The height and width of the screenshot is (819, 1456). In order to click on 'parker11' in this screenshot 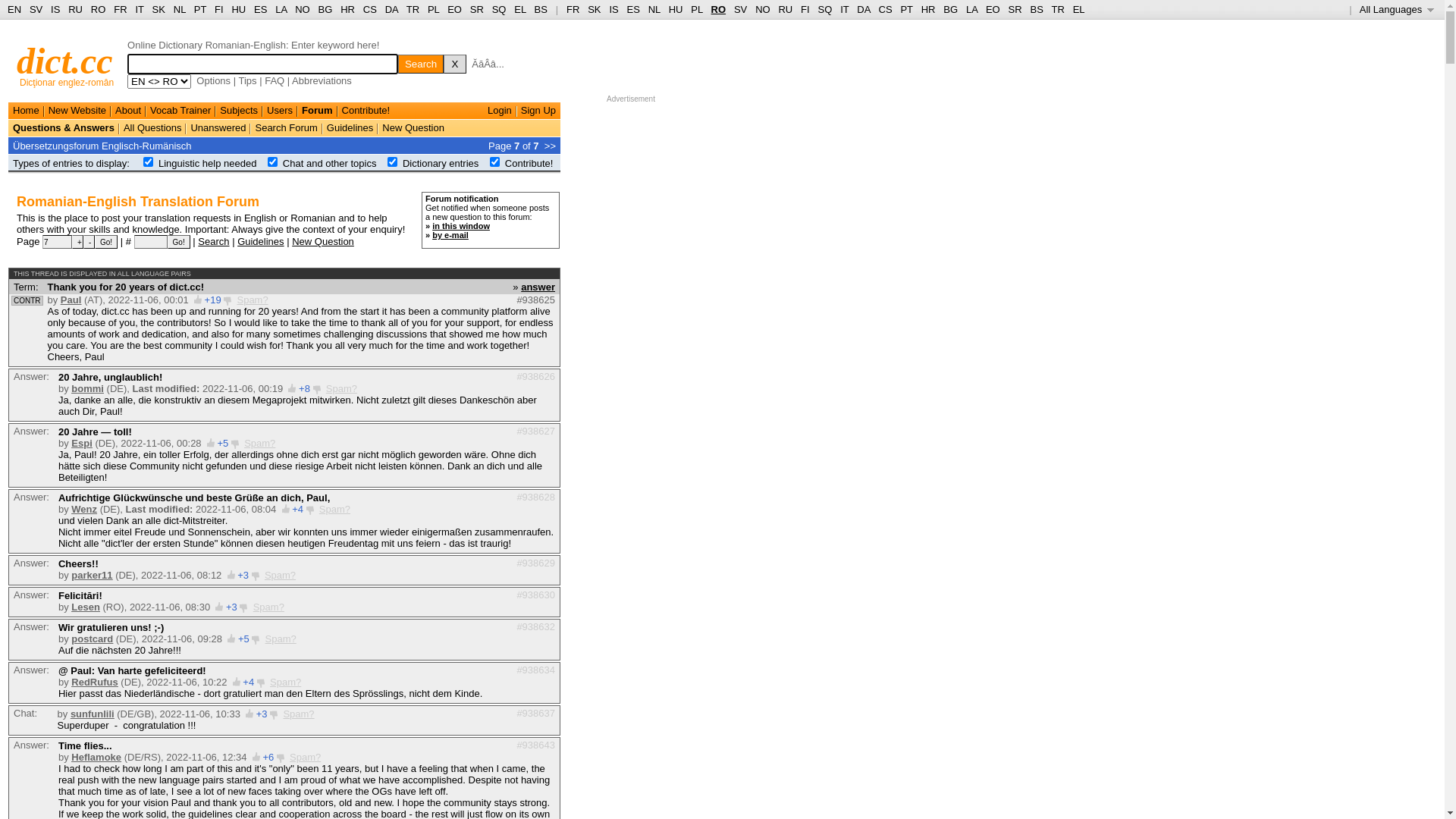, I will do `click(71, 575)`.